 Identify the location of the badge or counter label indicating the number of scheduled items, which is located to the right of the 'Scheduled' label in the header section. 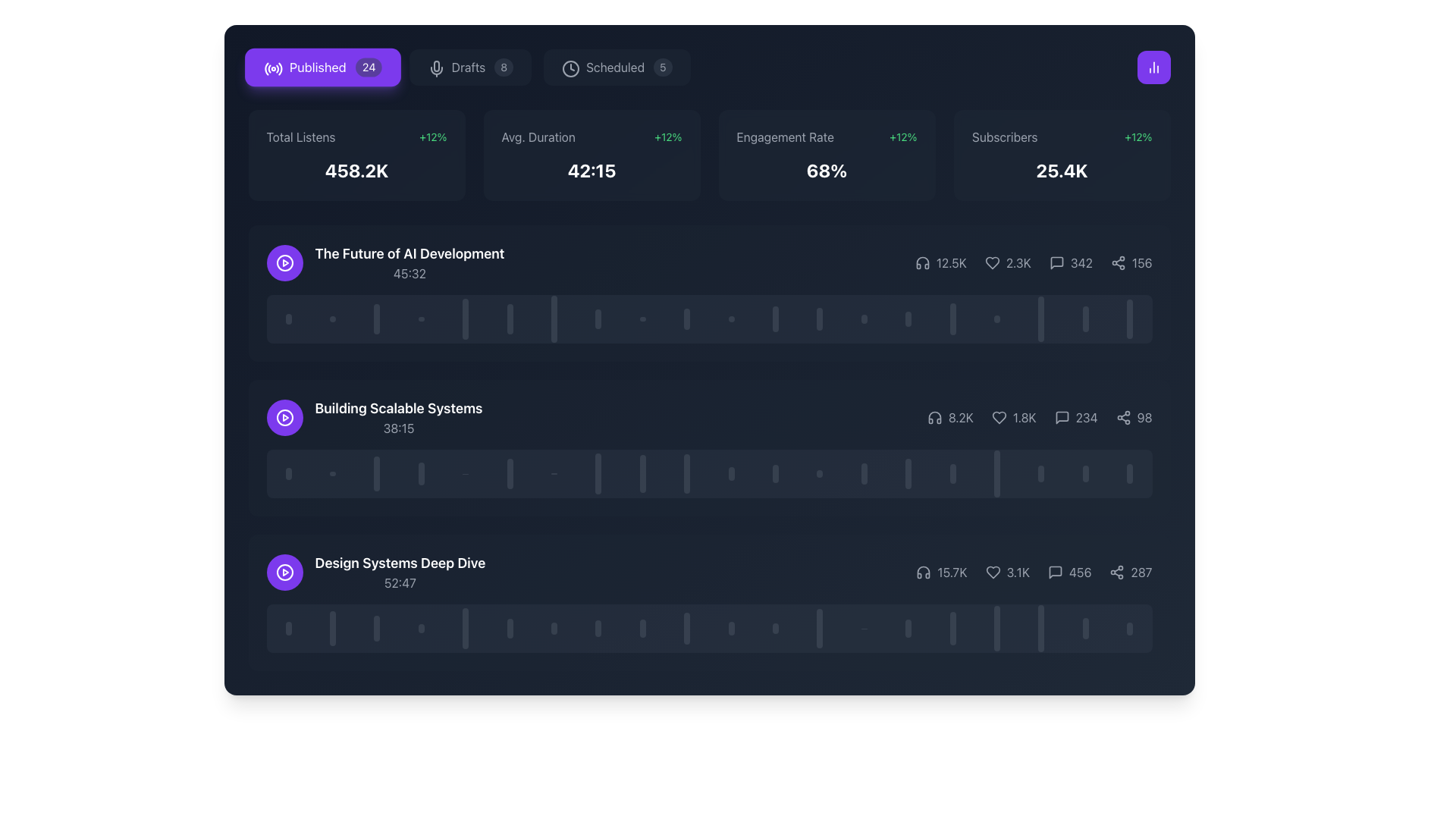
(663, 66).